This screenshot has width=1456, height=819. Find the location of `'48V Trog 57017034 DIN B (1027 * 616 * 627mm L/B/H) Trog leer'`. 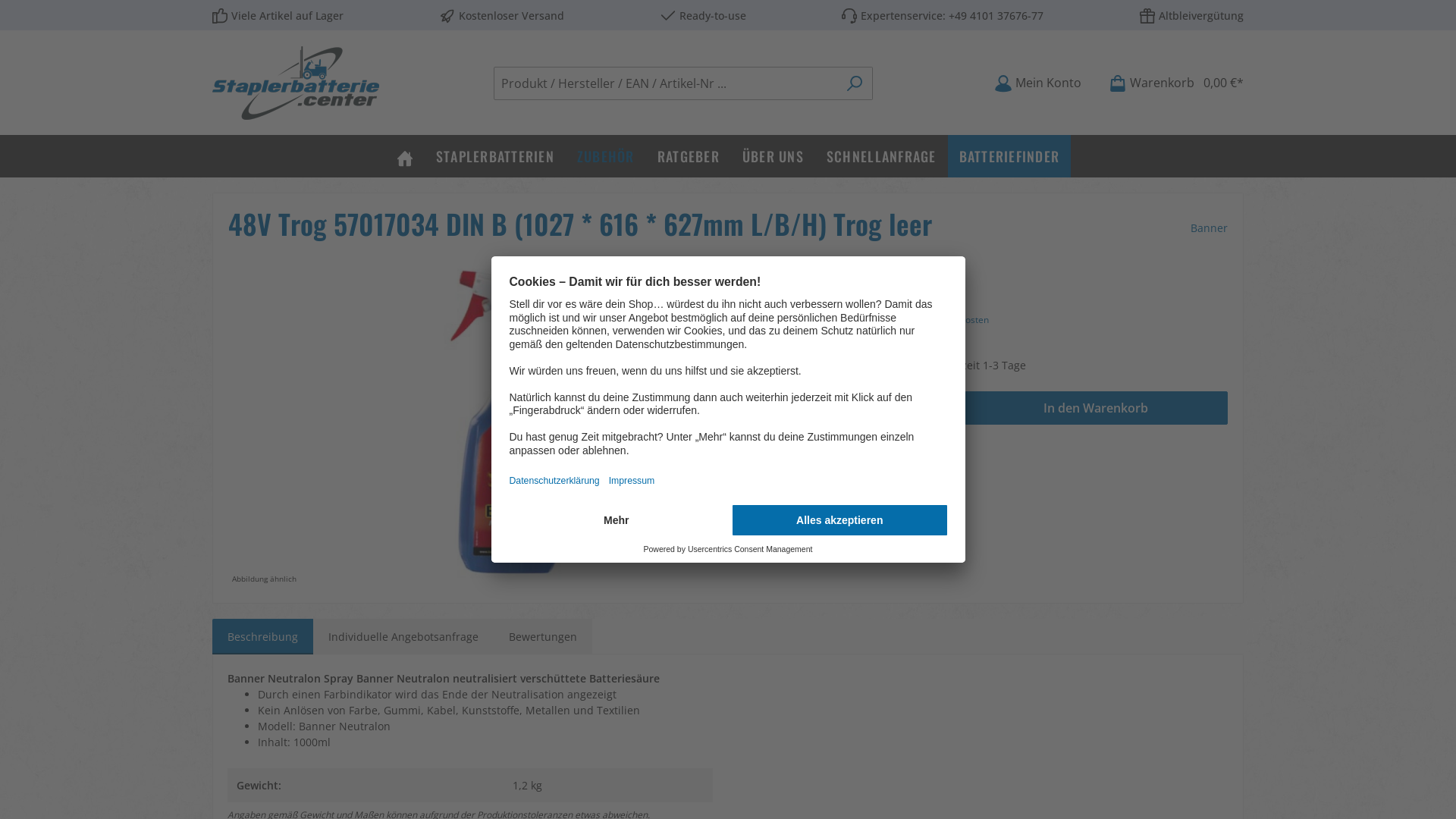

'48V Trog 57017034 DIN B (1027 * 616 * 627mm L/B/H) Trog leer' is located at coordinates (513, 424).